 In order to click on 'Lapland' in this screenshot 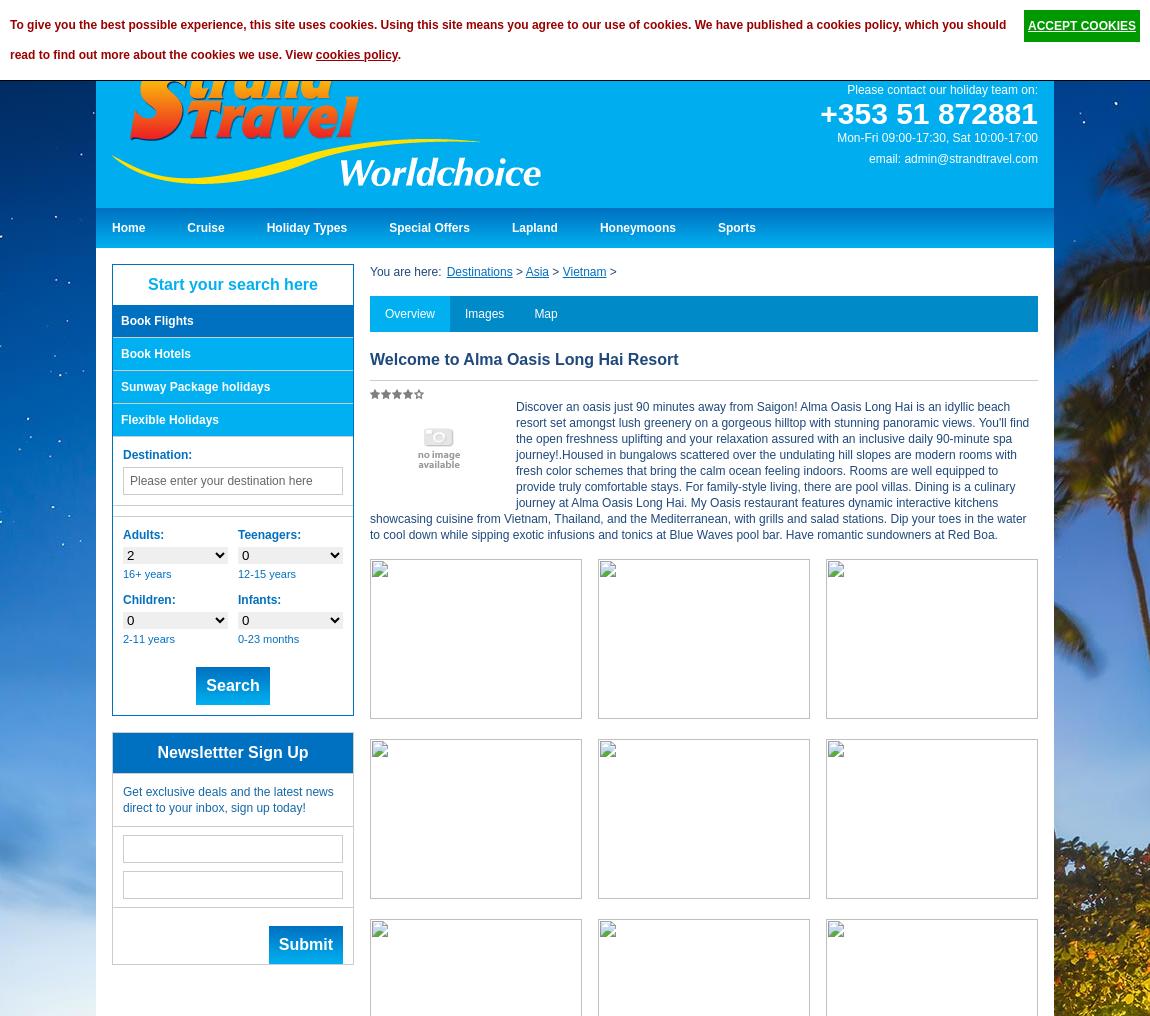, I will do `click(533, 227)`.